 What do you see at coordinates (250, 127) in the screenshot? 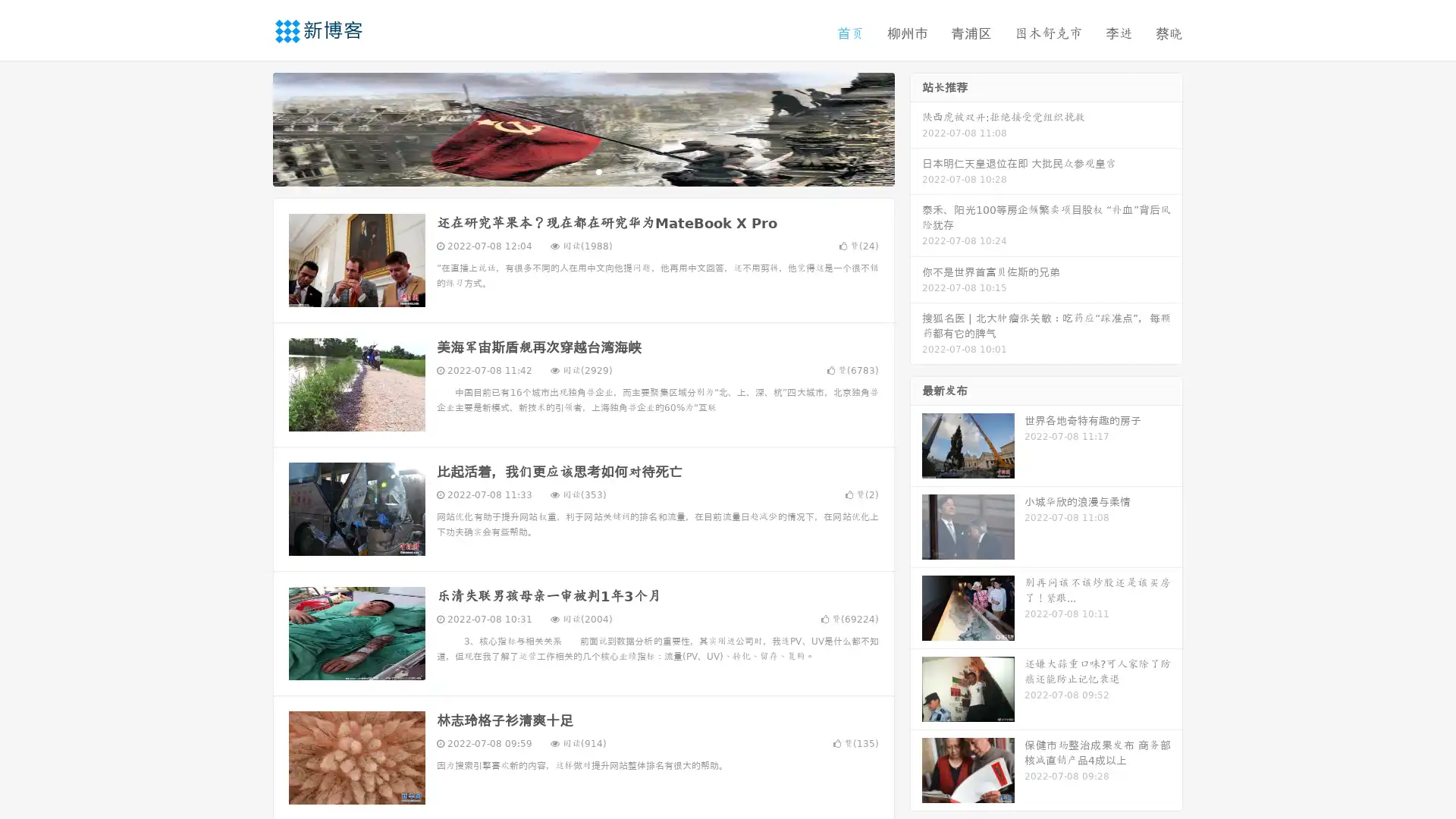
I see `Previous slide` at bounding box center [250, 127].